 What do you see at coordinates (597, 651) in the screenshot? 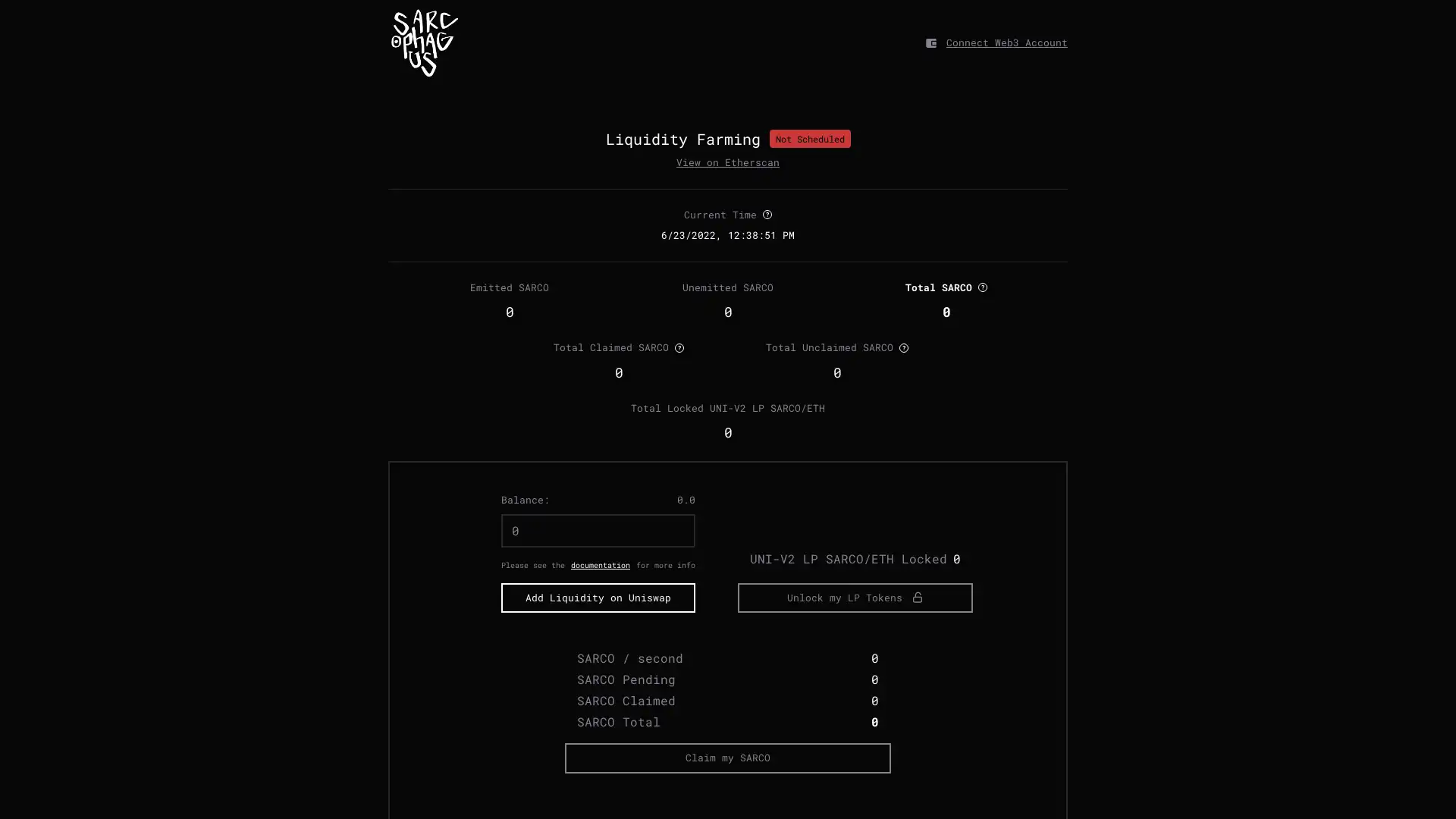
I see `Add Liquidity on Uniswap` at bounding box center [597, 651].